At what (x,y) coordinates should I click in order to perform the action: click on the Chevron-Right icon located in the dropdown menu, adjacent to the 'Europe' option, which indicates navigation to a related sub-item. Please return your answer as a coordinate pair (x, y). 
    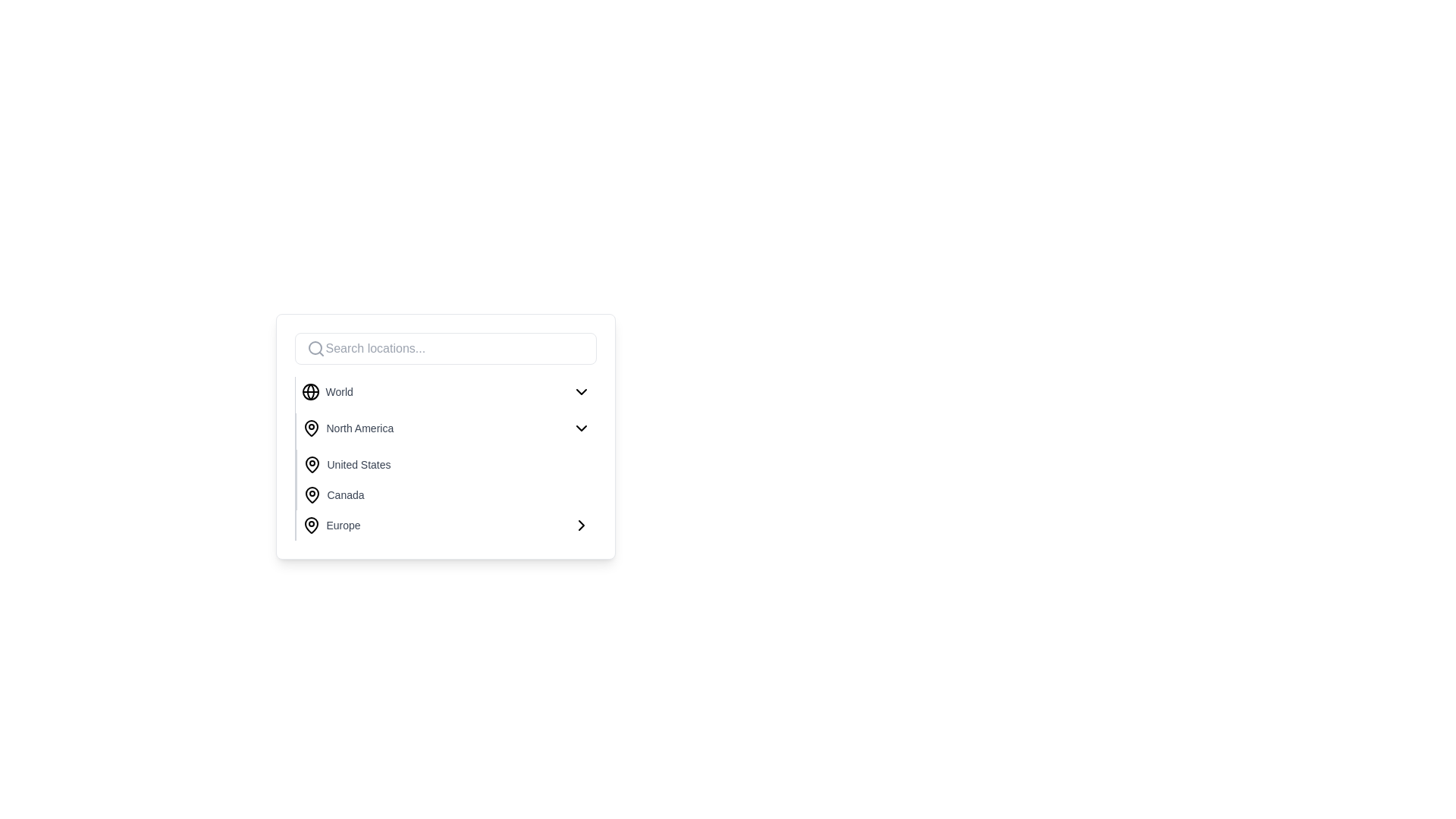
    Looking at the image, I should click on (580, 525).